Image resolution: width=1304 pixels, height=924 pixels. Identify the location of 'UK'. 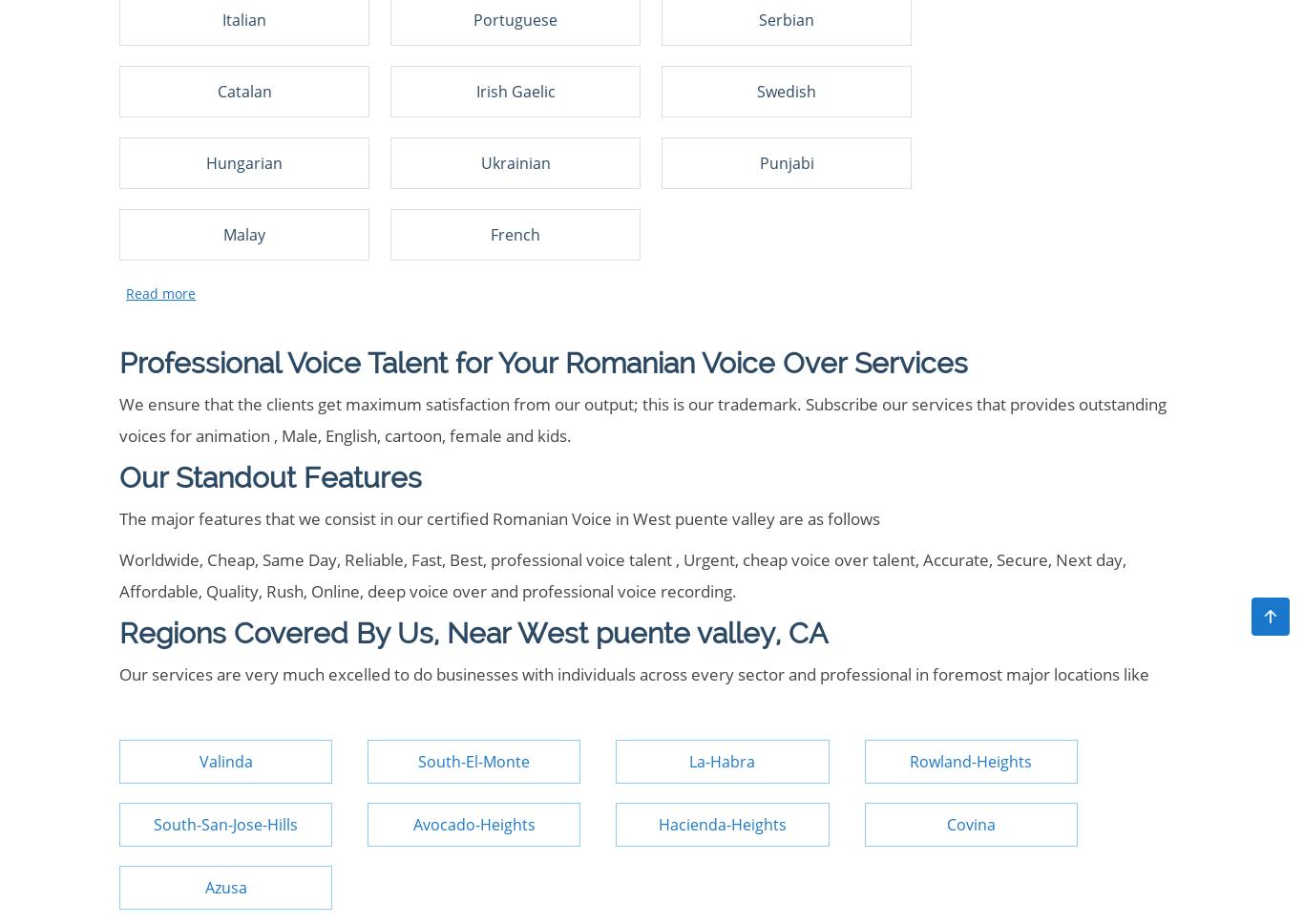
(591, 51).